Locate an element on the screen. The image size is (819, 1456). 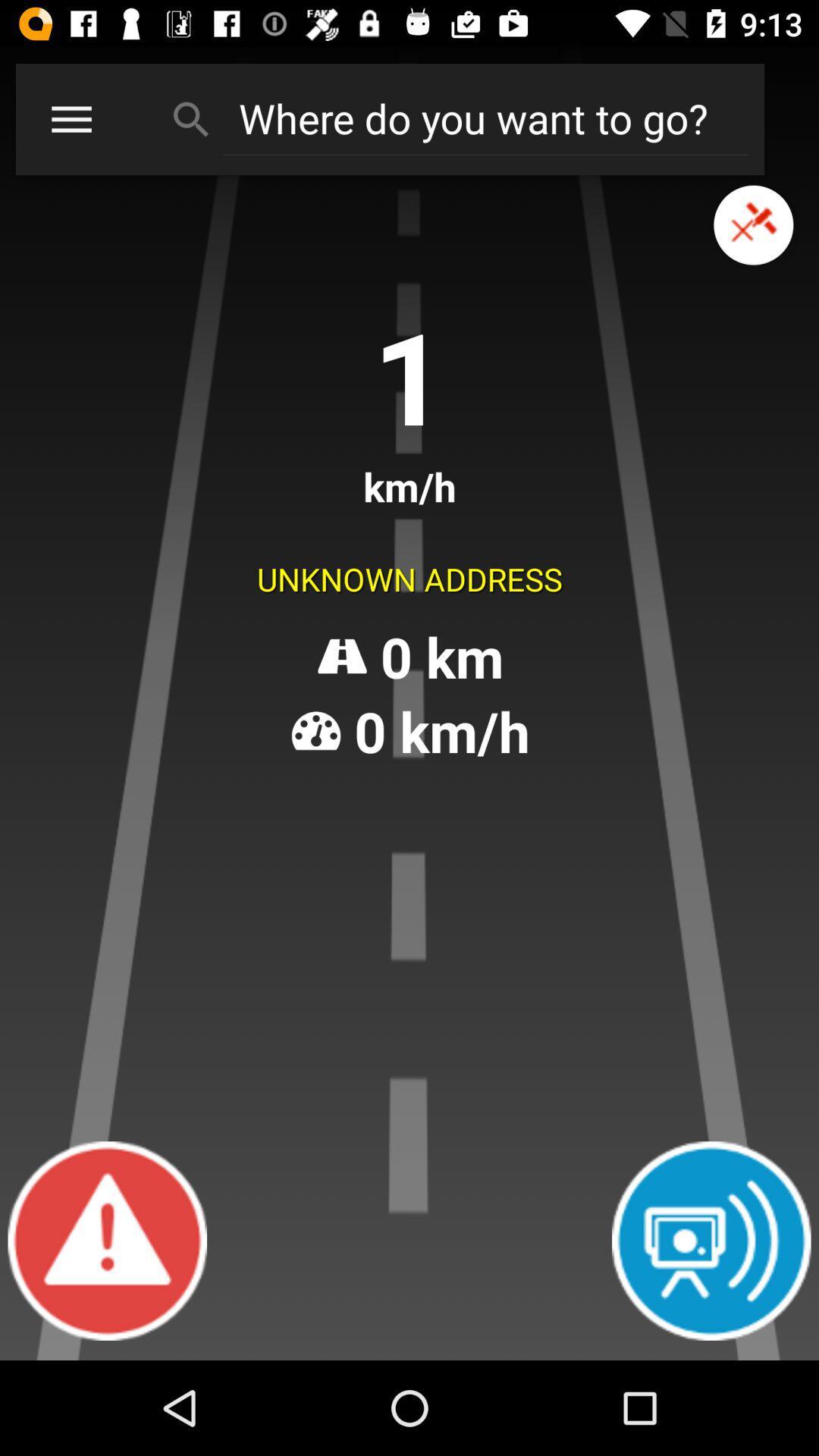
item above unknown address is located at coordinates (753, 224).